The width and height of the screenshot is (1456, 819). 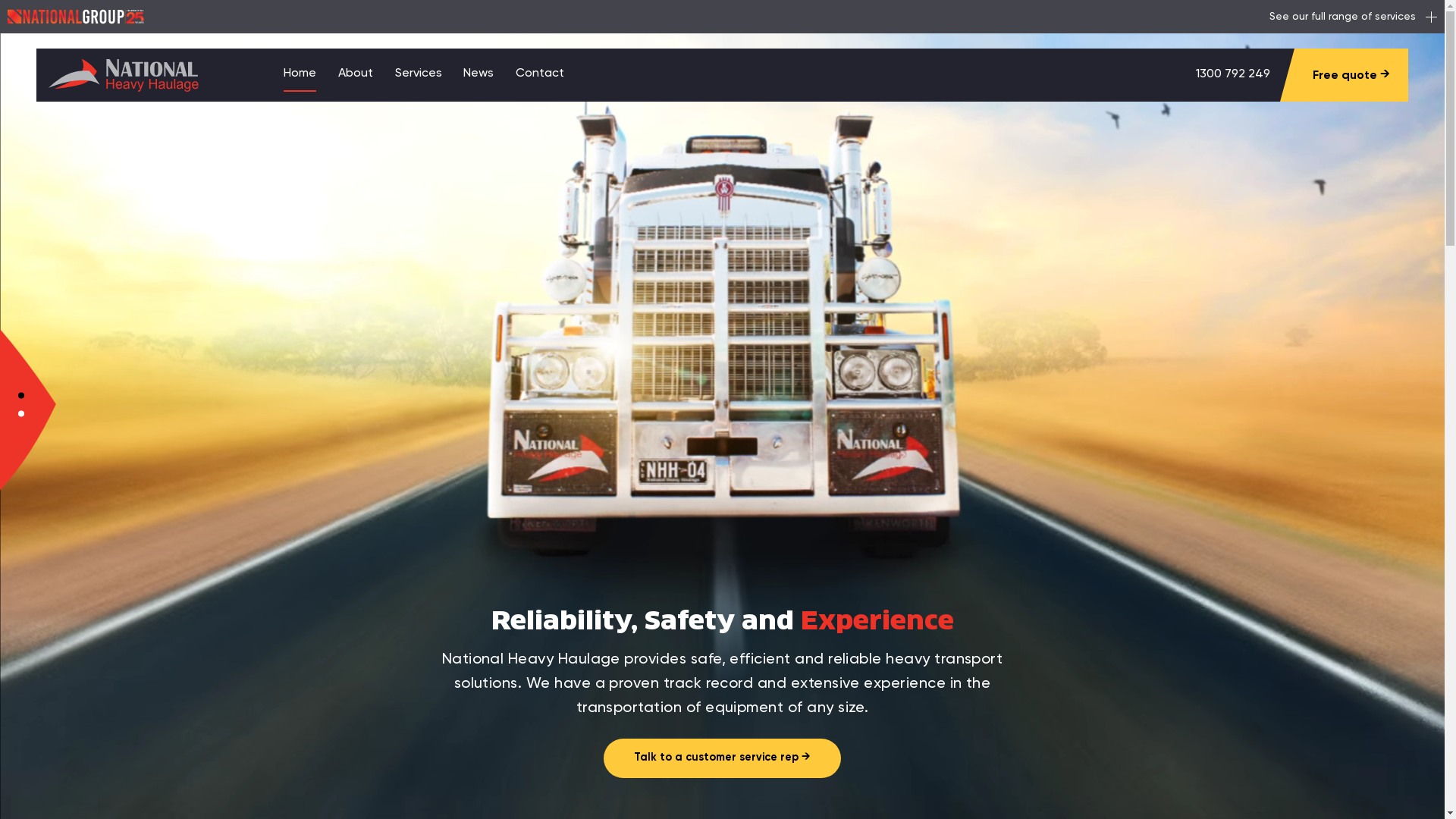 What do you see at coordinates (395, 74) in the screenshot?
I see `'Services'` at bounding box center [395, 74].